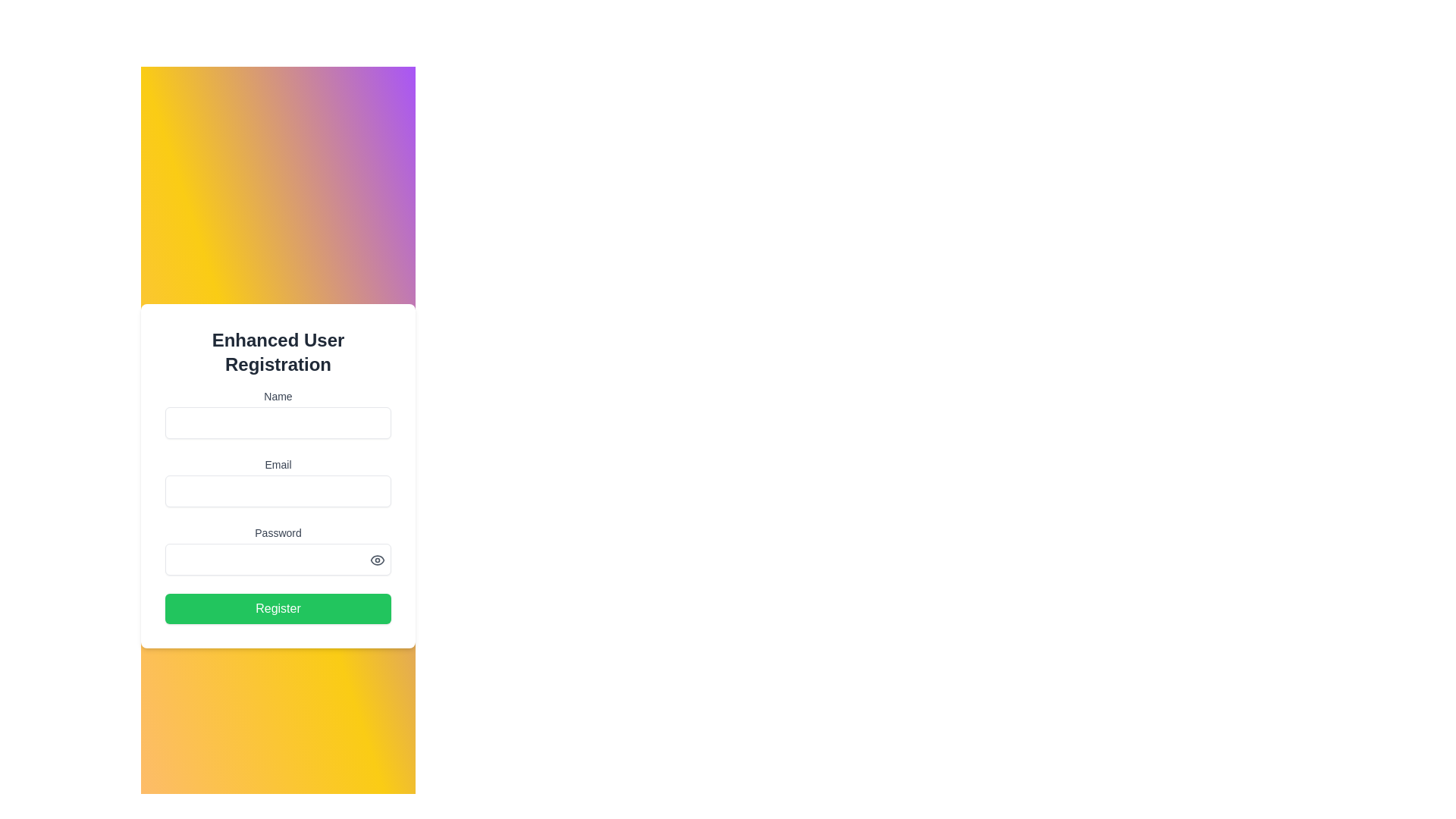 Image resolution: width=1456 pixels, height=819 pixels. I want to click on the Text label that serves as a description for the password input field, located directly above it in the form section, so click(278, 532).